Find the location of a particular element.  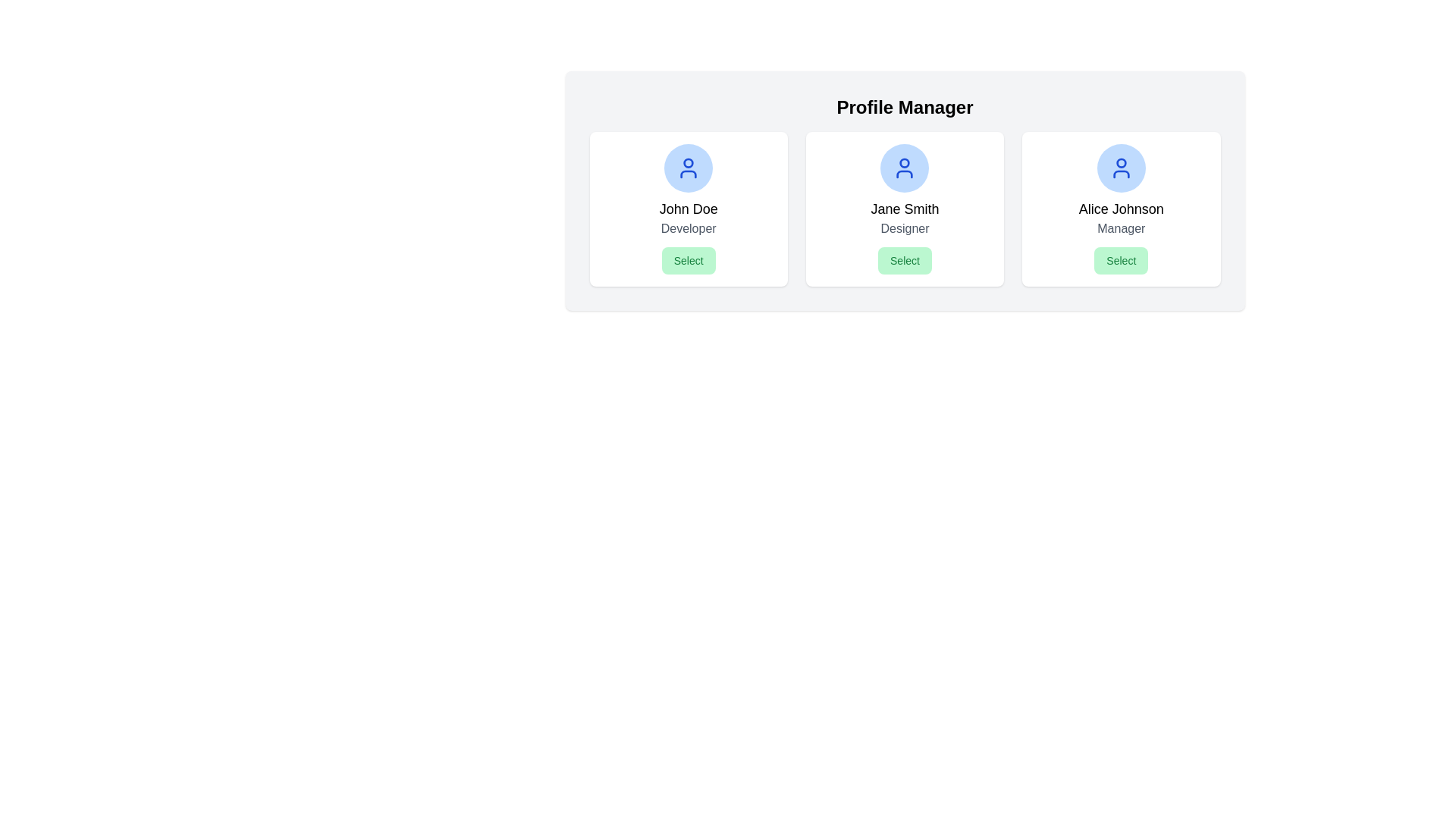

the rounded blue circular icon representing the user, which is centered above the text elements 'John Doe' and 'Developer', as well as the 'Select' button is located at coordinates (687, 168).